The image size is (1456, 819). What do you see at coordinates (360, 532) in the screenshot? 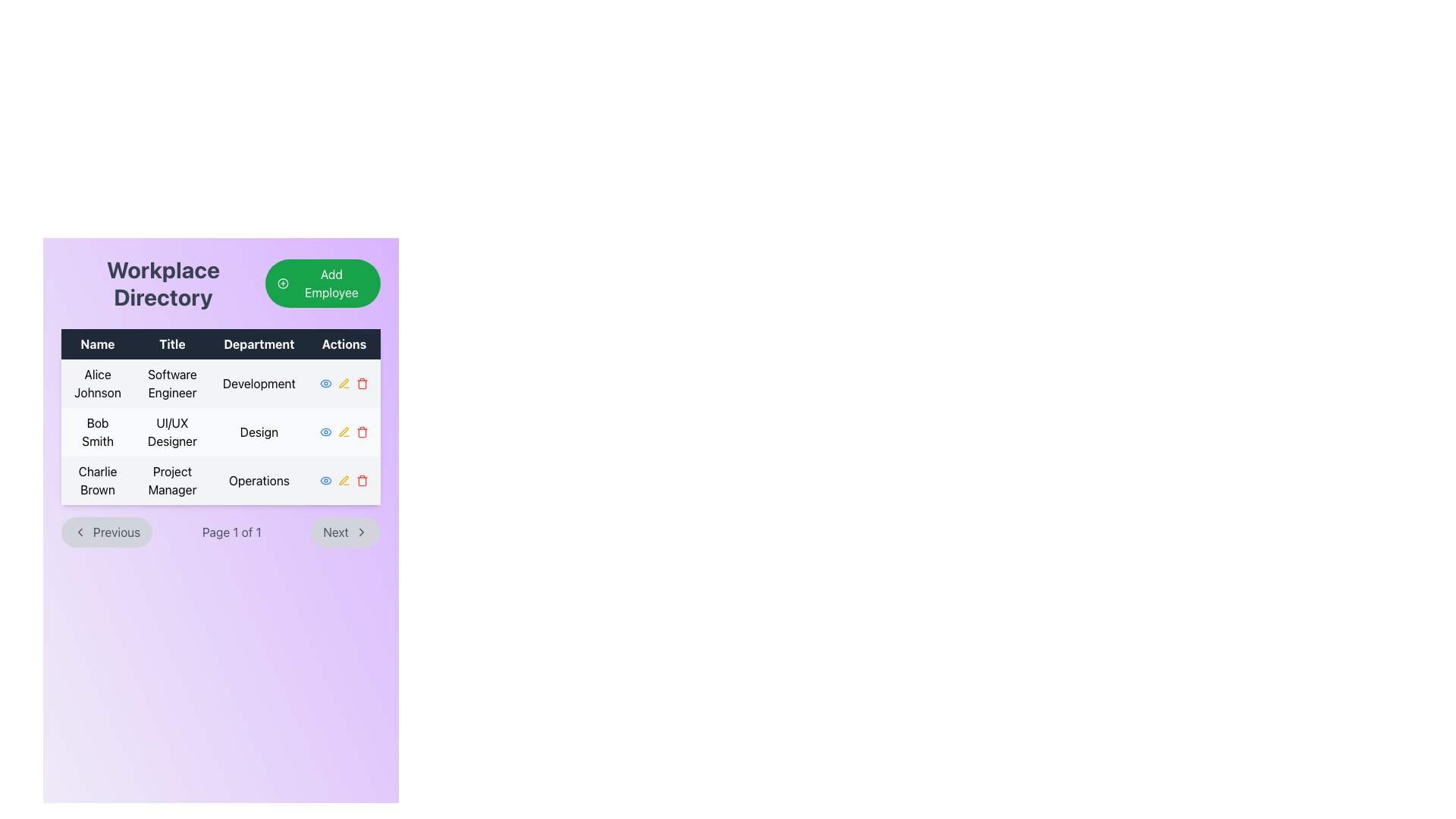
I see `the small triangular-shaped 'Next' icon located in the navigation control panel at the bottom right of the interface` at bounding box center [360, 532].